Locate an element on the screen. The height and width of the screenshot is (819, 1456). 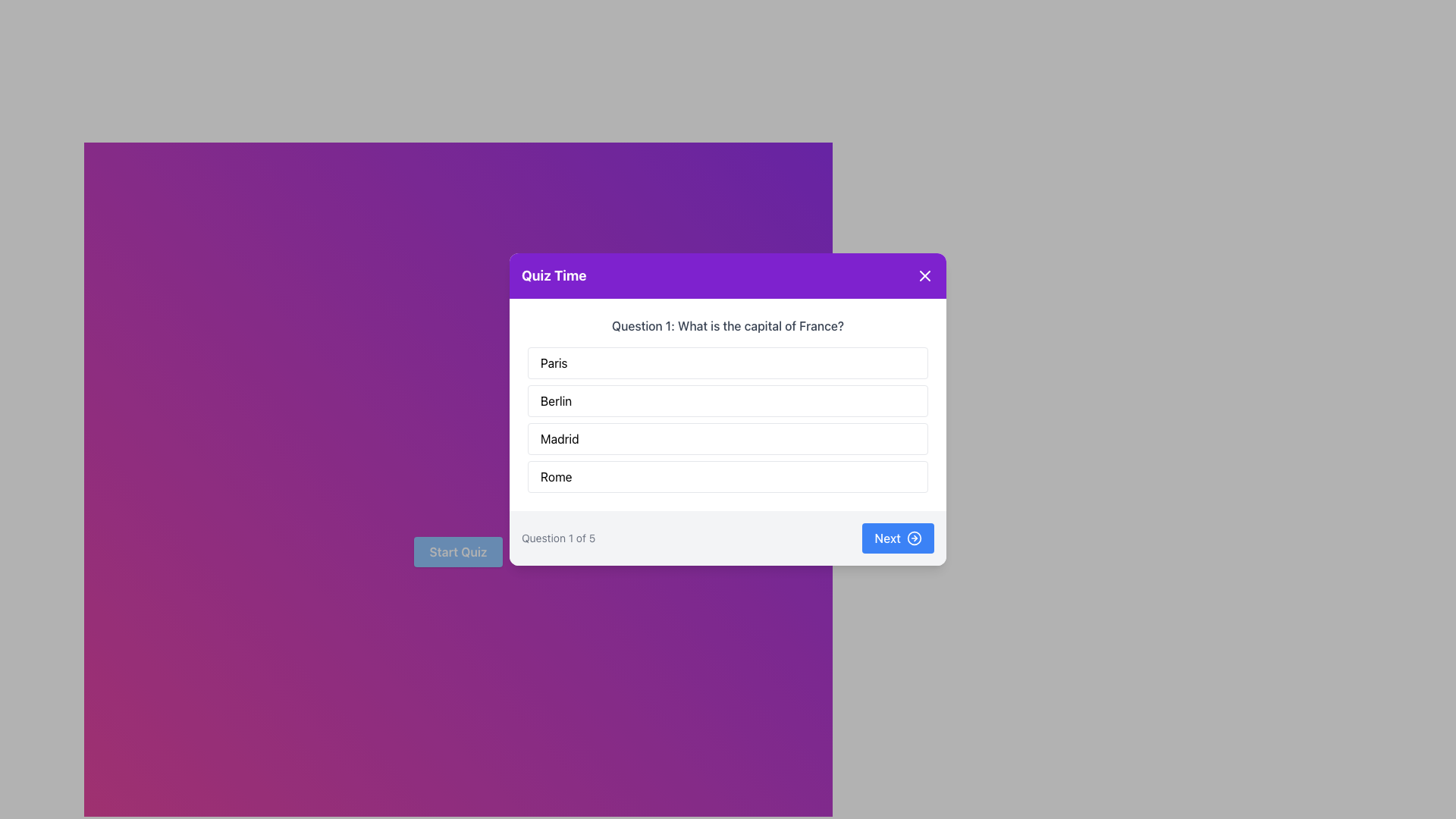
the 'Start Quiz' button, which is a light blue rectangular button with white bold text located near the bottom-left corner of the quiz interface is located at coordinates (457, 552).